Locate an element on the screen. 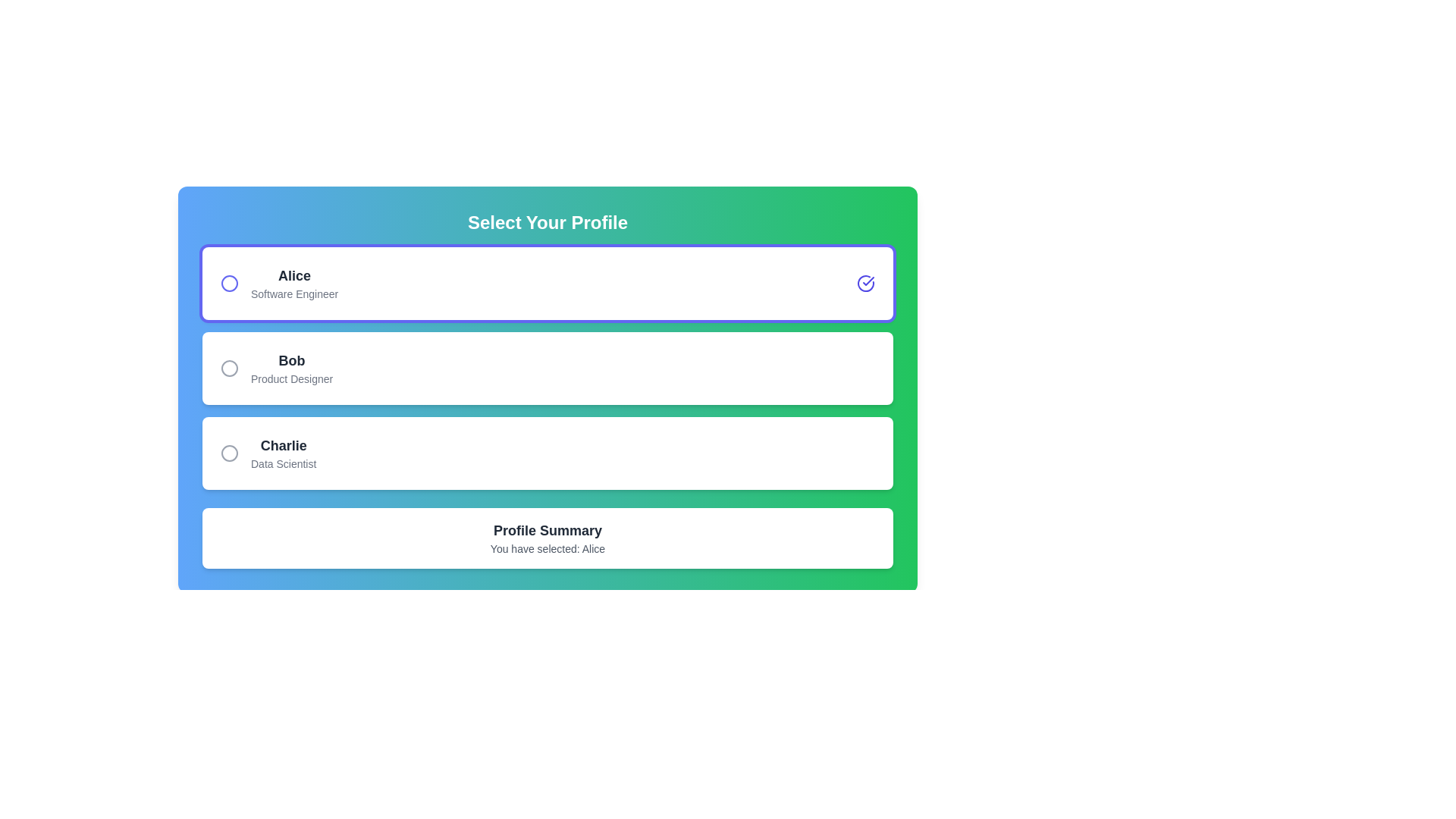 The width and height of the screenshot is (1456, 819). the text label displaying 'Data Scientist', which is styled in a small, light gray font and located beneath the label 'Charlie' within a profile card is located at coordinates (284, 463).